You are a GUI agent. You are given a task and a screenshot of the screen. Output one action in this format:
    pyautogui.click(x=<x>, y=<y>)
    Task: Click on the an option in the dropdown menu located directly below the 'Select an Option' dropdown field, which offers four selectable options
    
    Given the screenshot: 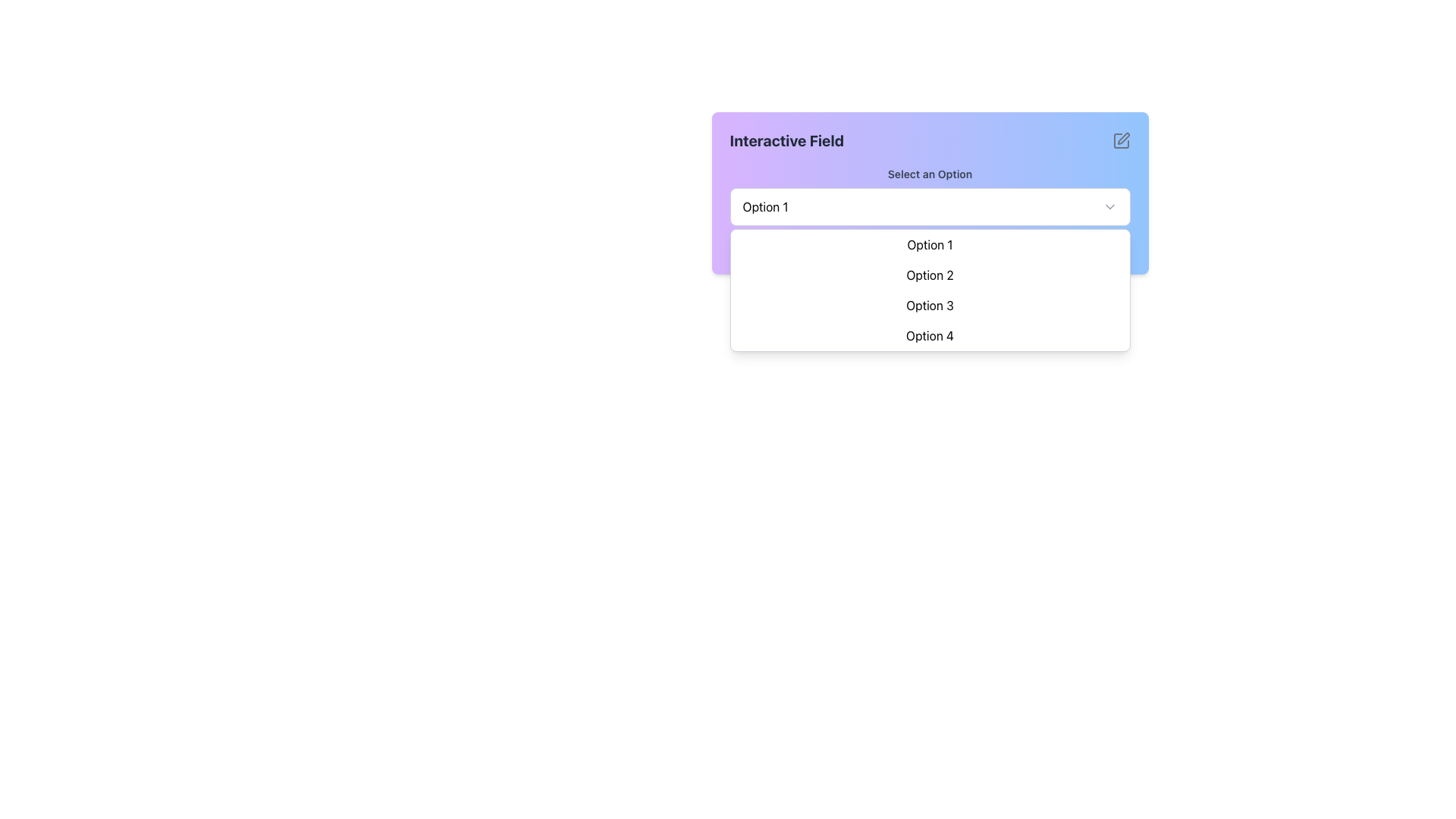 What is the action you would take?
    pyautogui.click(x=929, y=290)
    